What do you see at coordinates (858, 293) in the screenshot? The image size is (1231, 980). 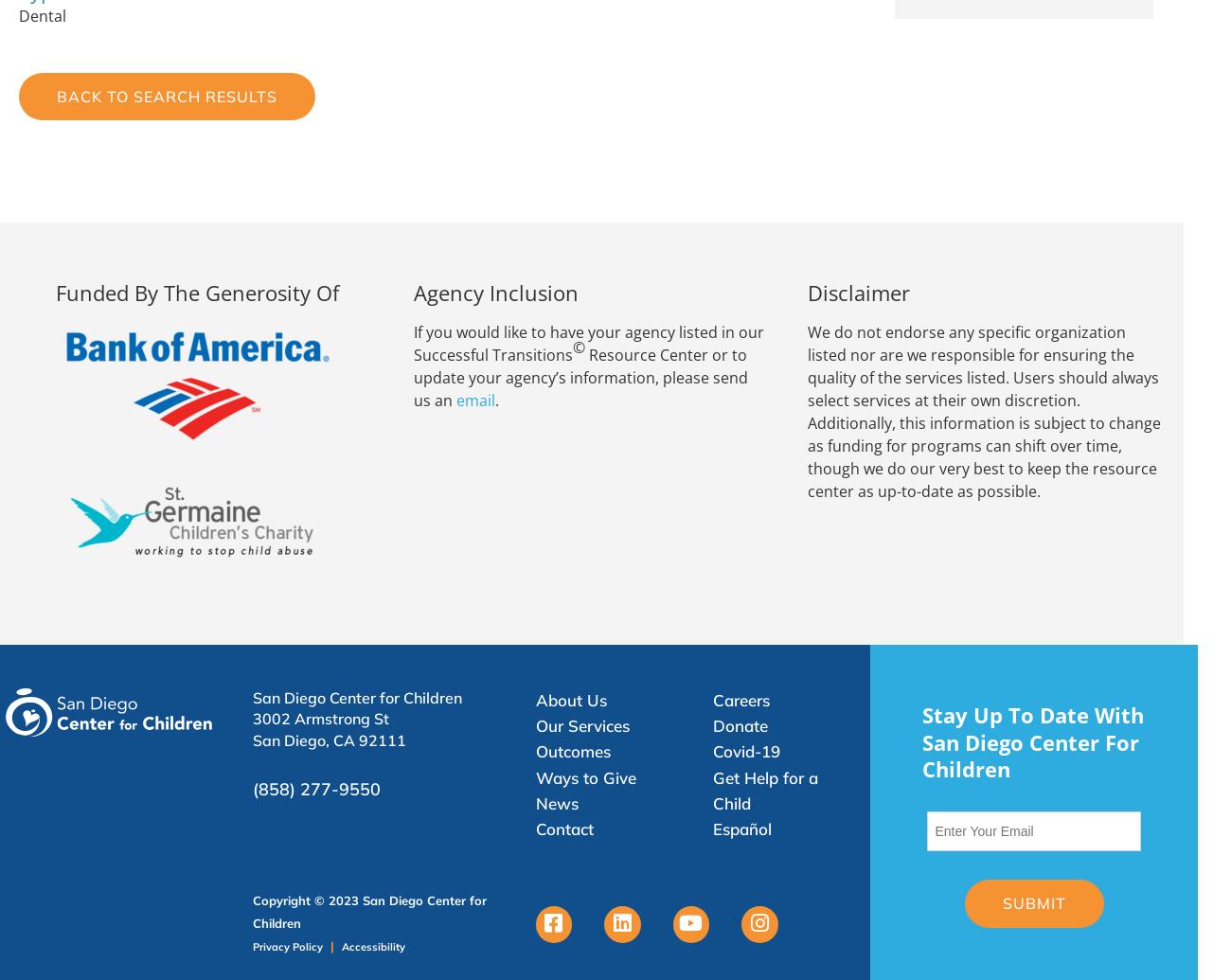 I see `'Disclaimer'` at bounding box center [858, 293].